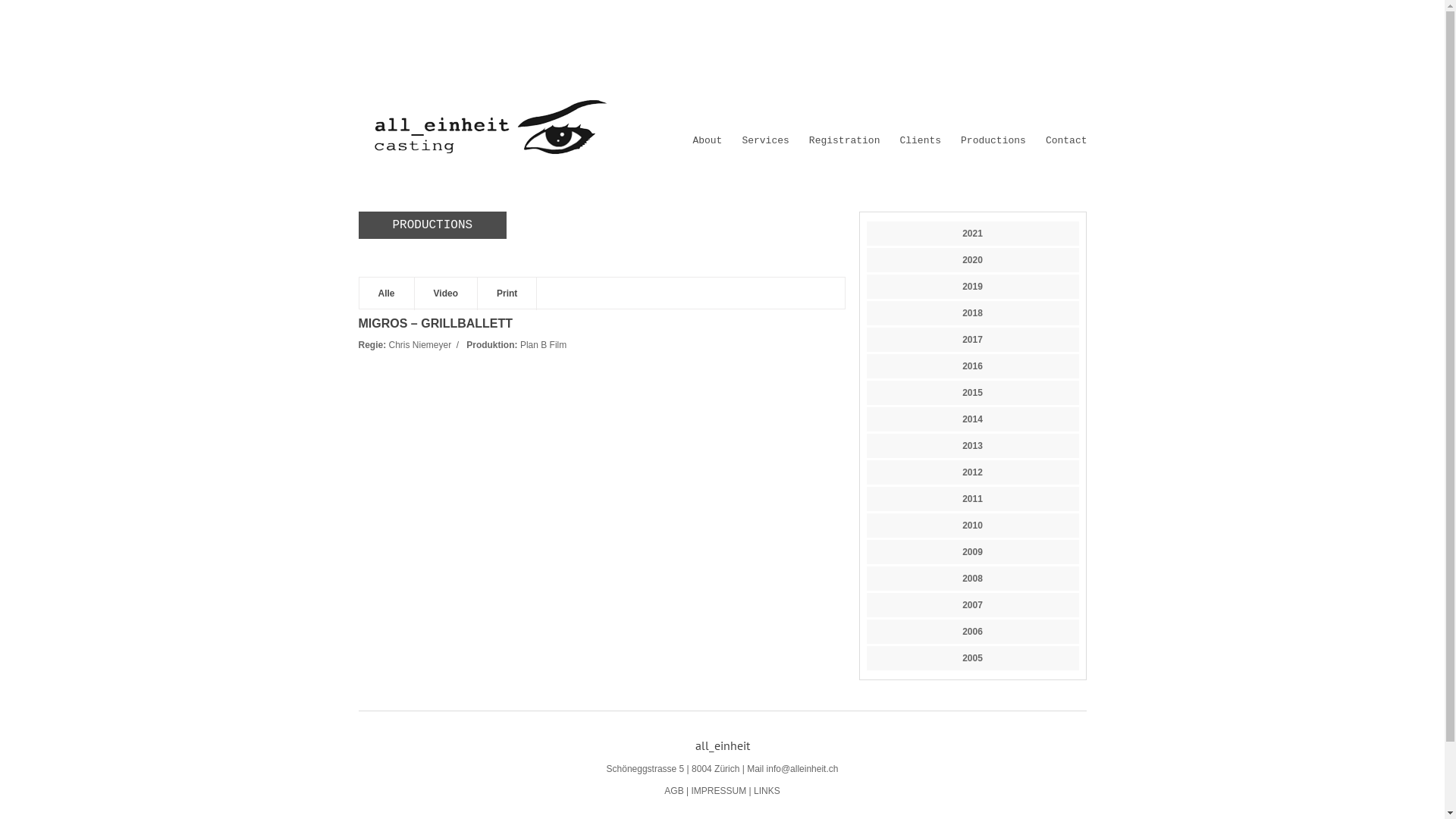  What do you see at coordinates (971, 366) in the screenshot?
I see `'2016'` at bounding box center [971, 366].